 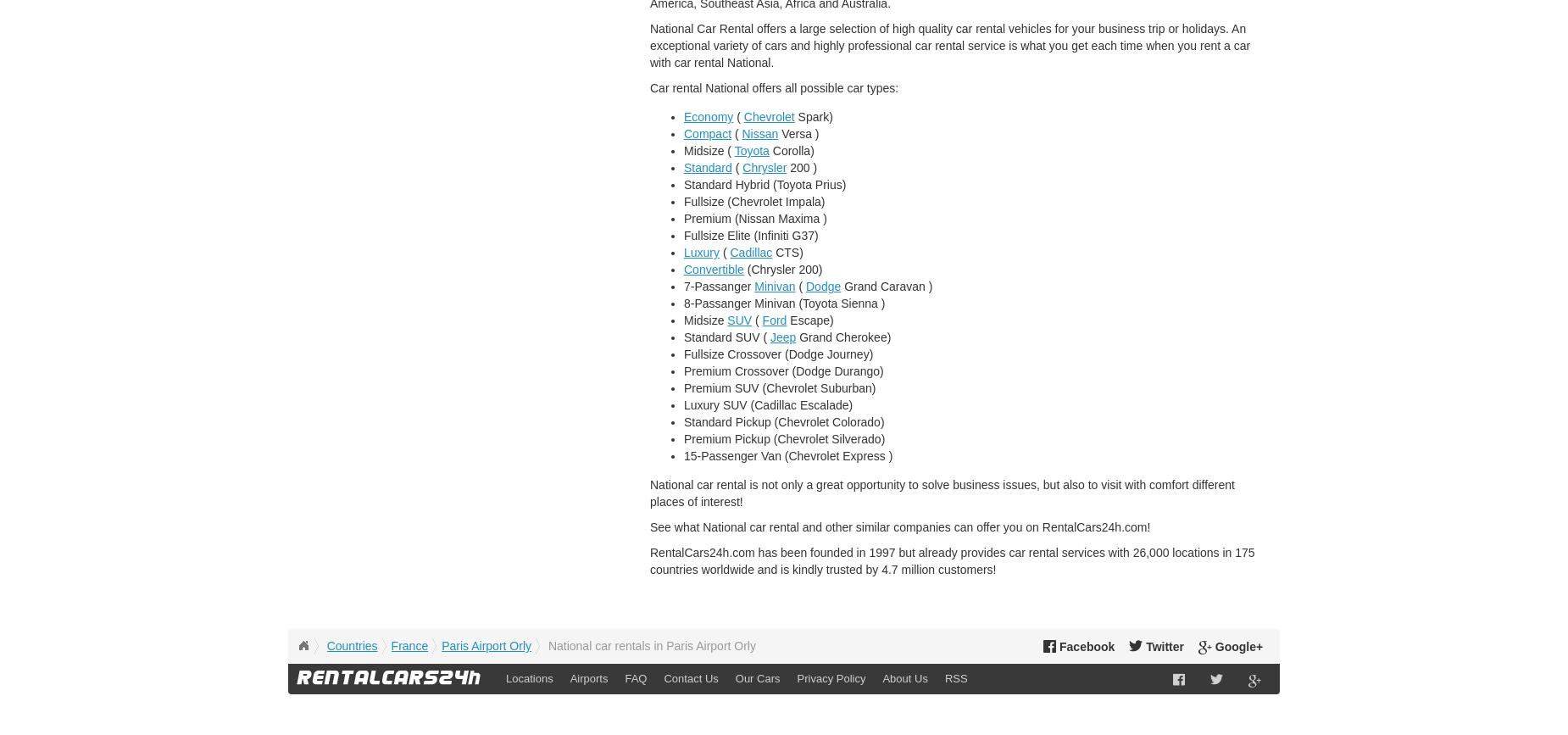 What do you see at coordinates (750, 235) in the screenshot?
I see `'Fullsize Elite (Infiniti G37)'` at bounding box center [750, 235].